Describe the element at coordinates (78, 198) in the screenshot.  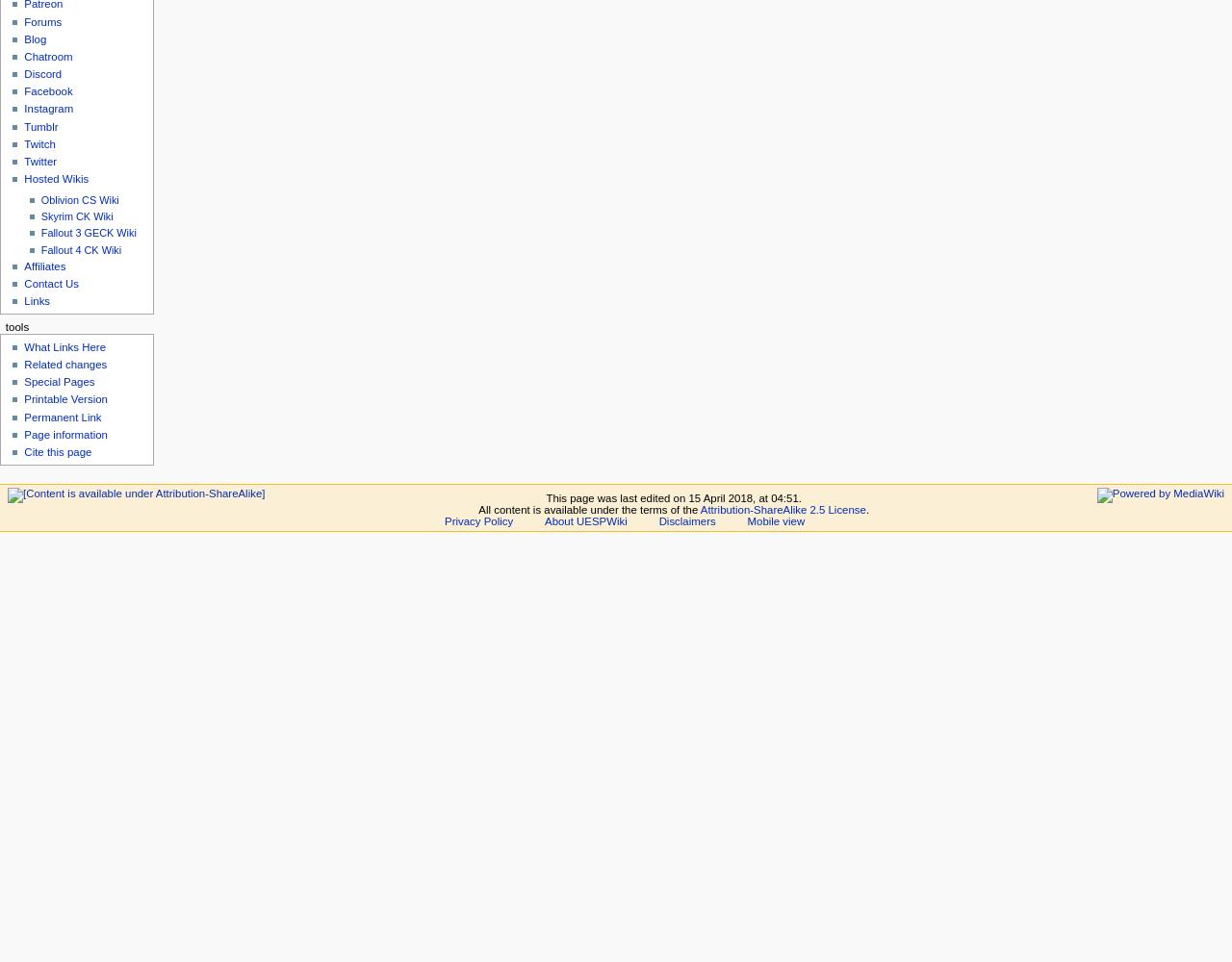
I see `'Oblivion CS Wiki'` at that location.